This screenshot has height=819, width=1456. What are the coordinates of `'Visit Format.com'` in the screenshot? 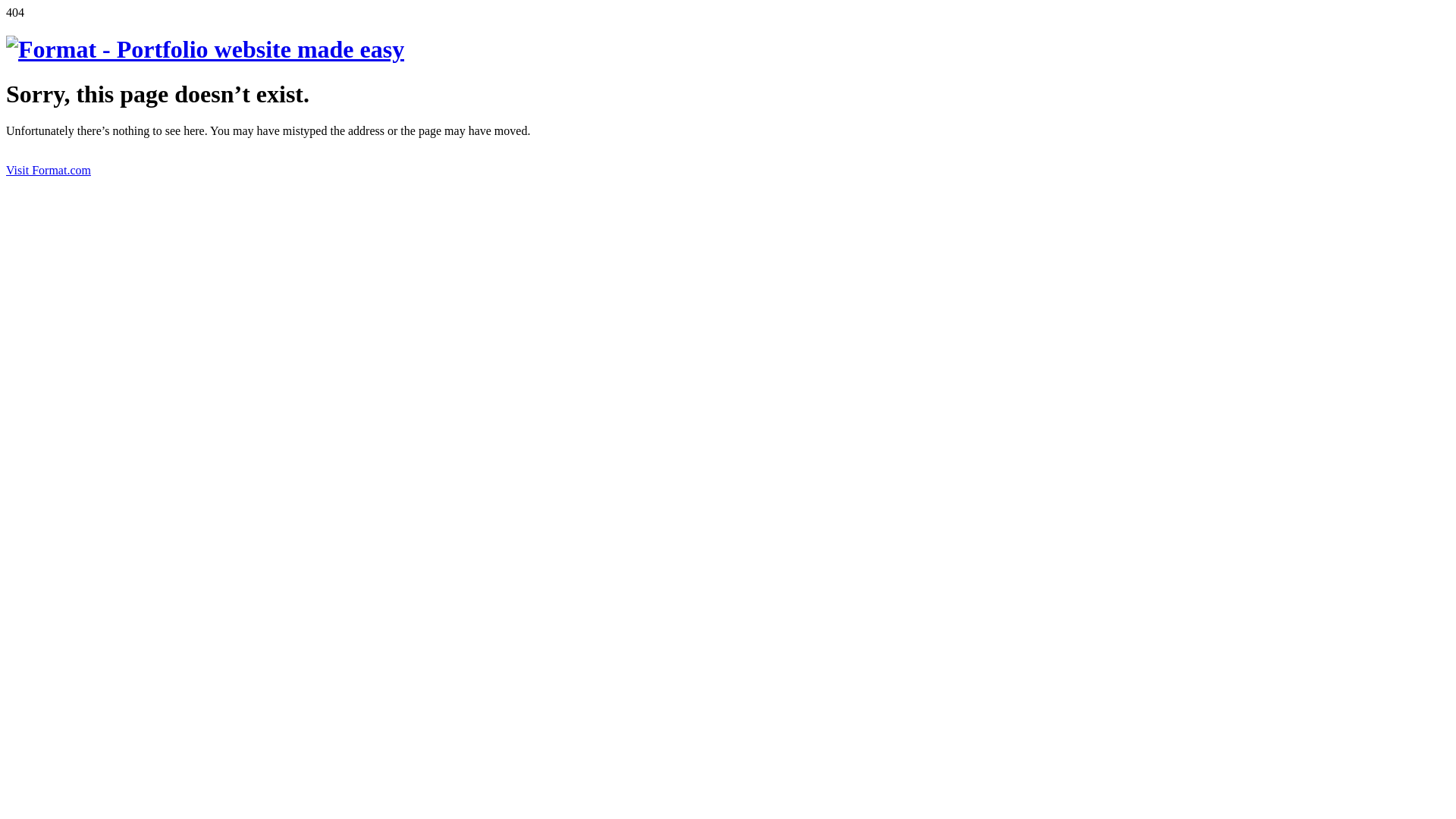 It's located at (48, 170).